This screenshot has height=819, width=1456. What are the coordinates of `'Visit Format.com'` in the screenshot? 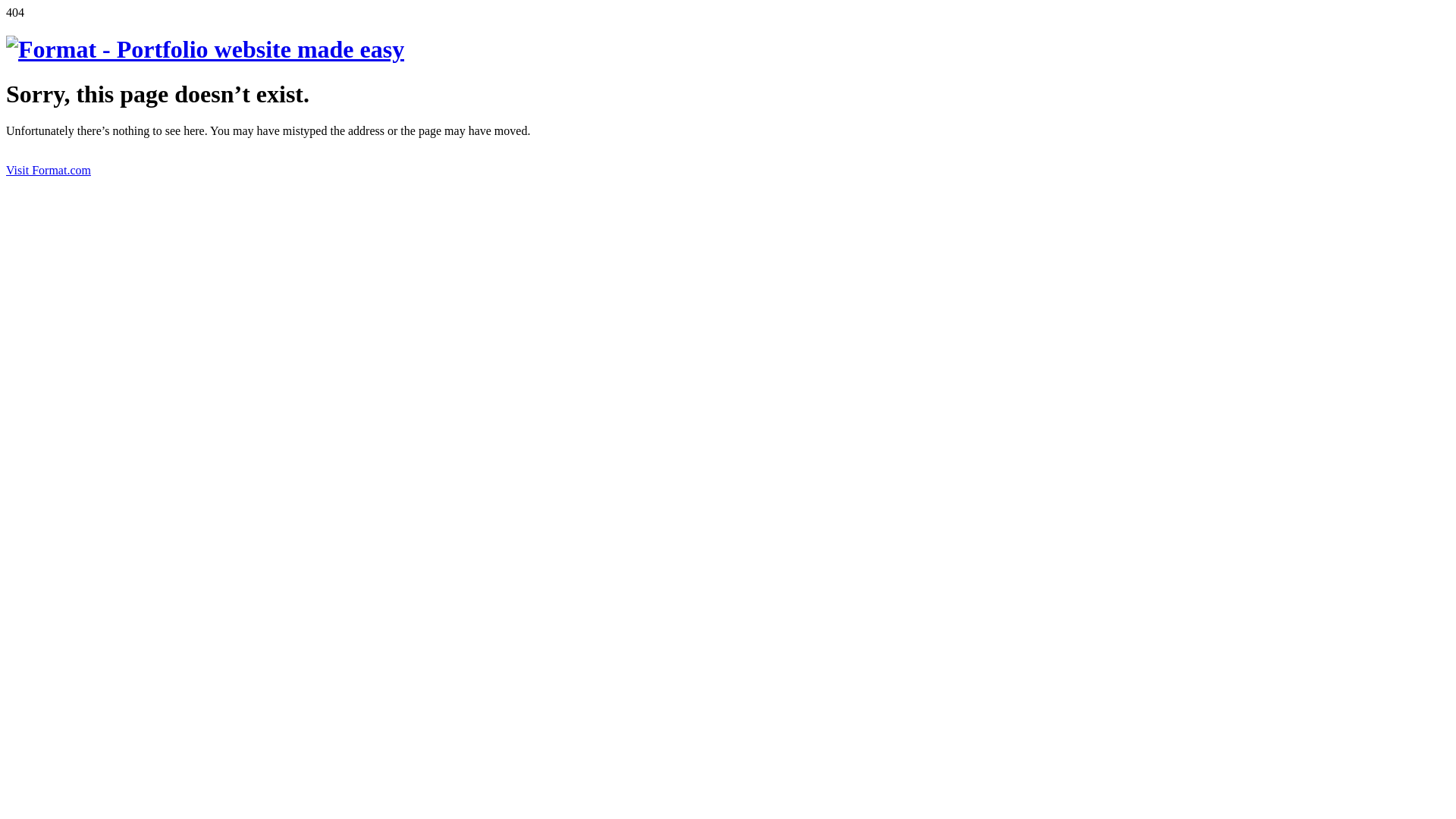 It's located at (48, 170).